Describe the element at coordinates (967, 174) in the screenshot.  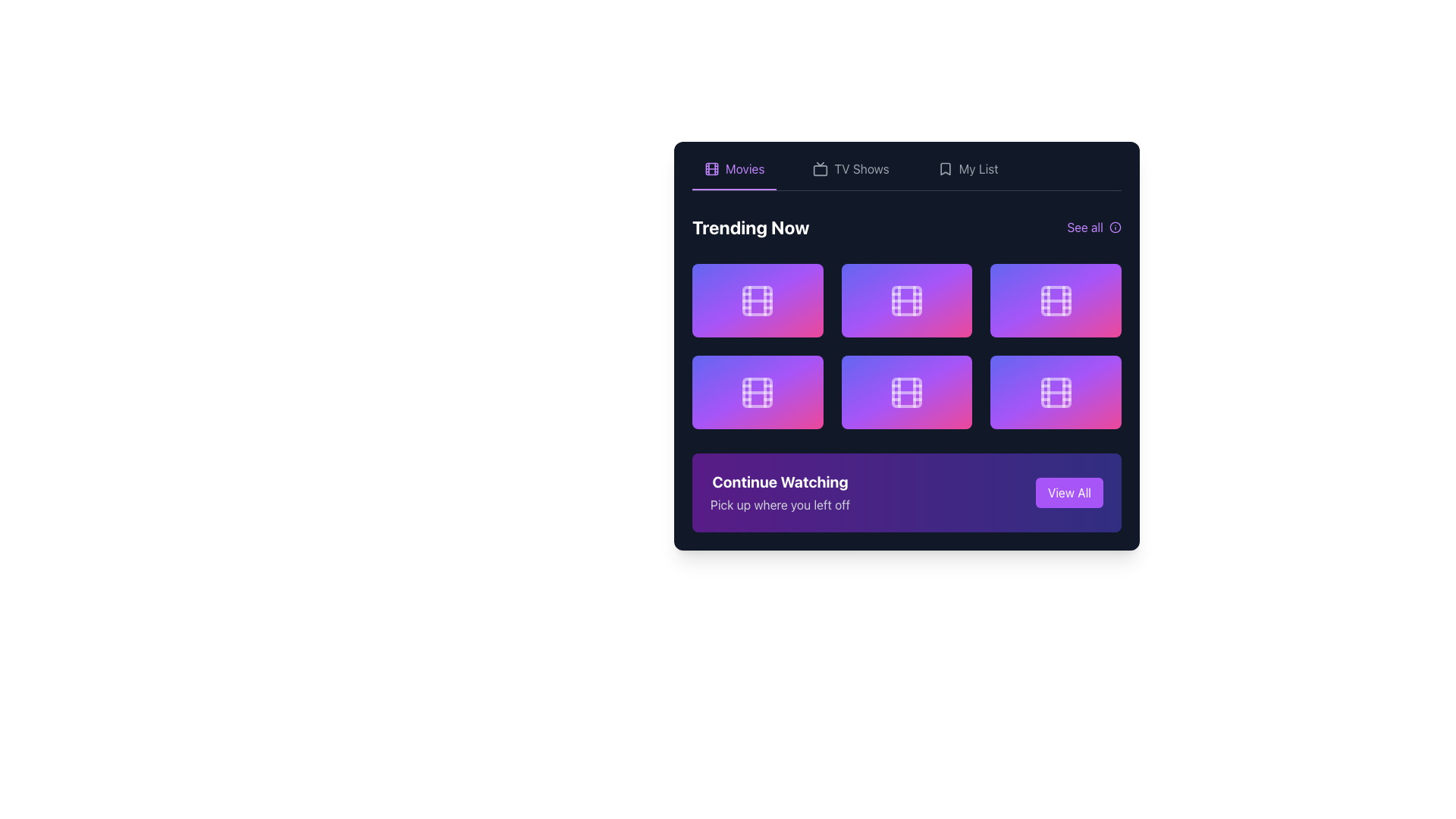
I see `the 'My List' button, which features a bookmark icon and stylized text, to trigger the color change effect` at that location.